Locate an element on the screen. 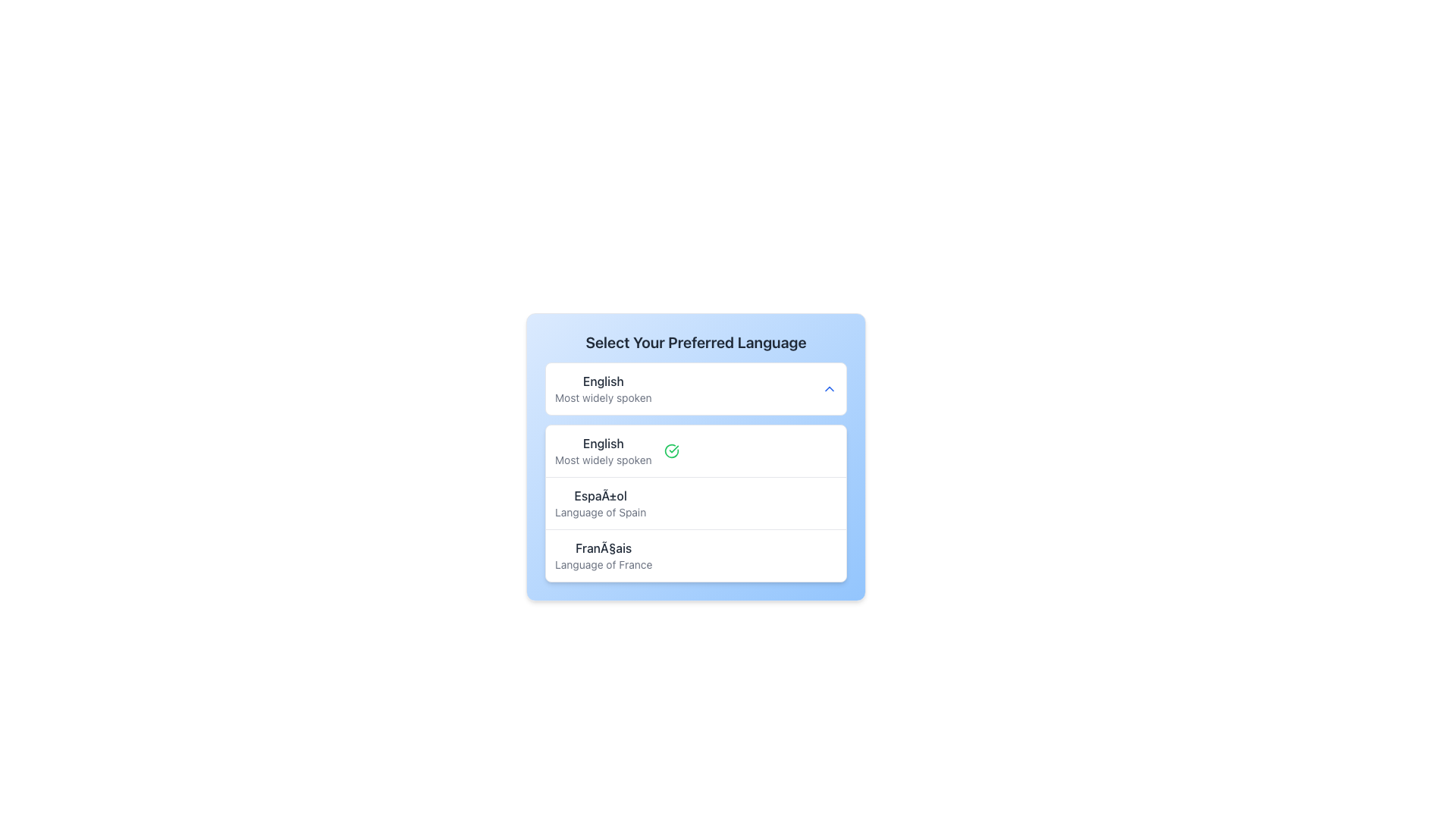 The width and height of the screenshot is (1456, 819). the text label for the 'French' language option located in the dropdown menu, which is the third entry in the list below 'Español' is located at coordinates (603, 555).